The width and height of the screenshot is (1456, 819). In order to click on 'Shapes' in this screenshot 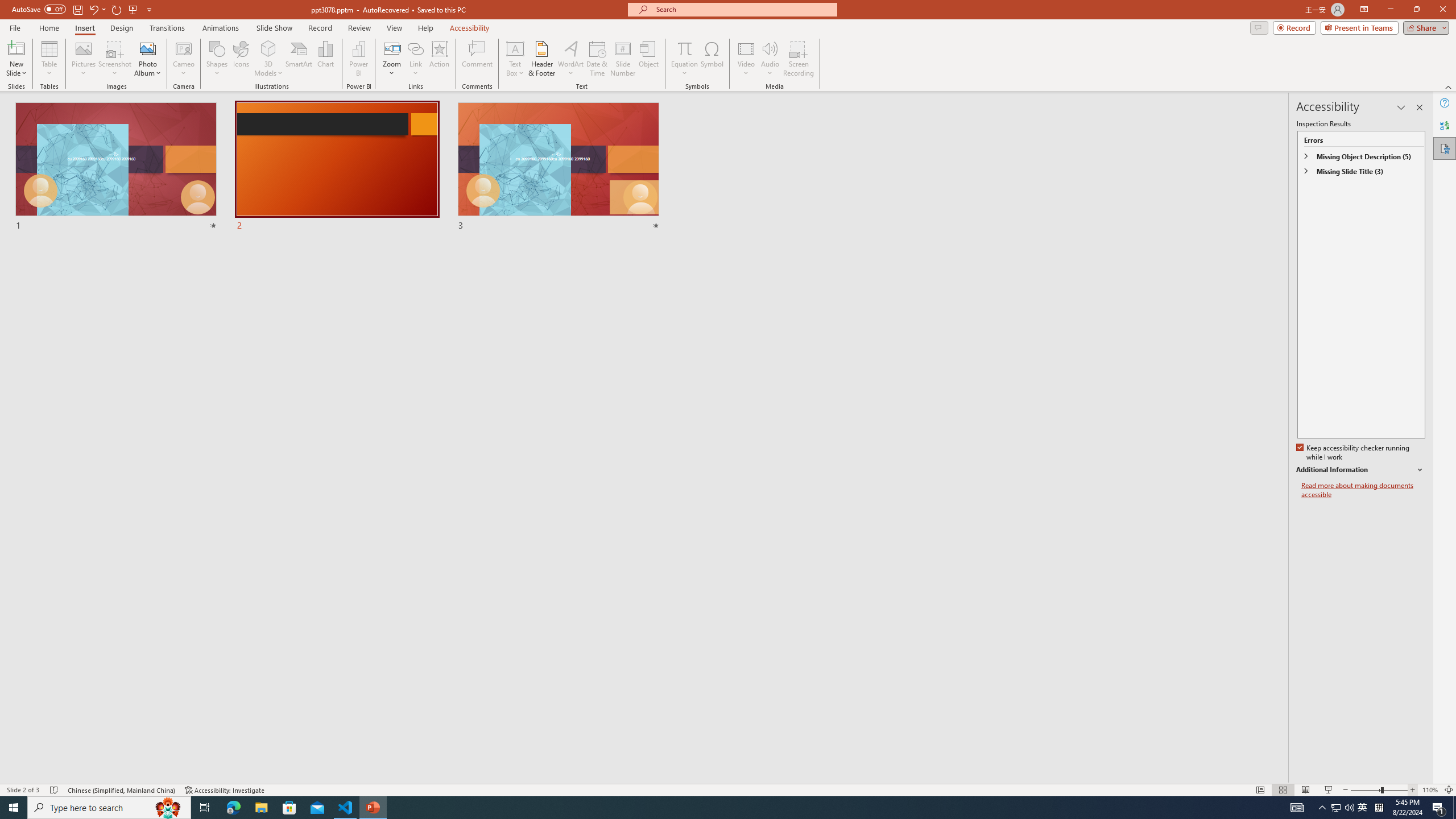, I will do `click(216, 59)`.